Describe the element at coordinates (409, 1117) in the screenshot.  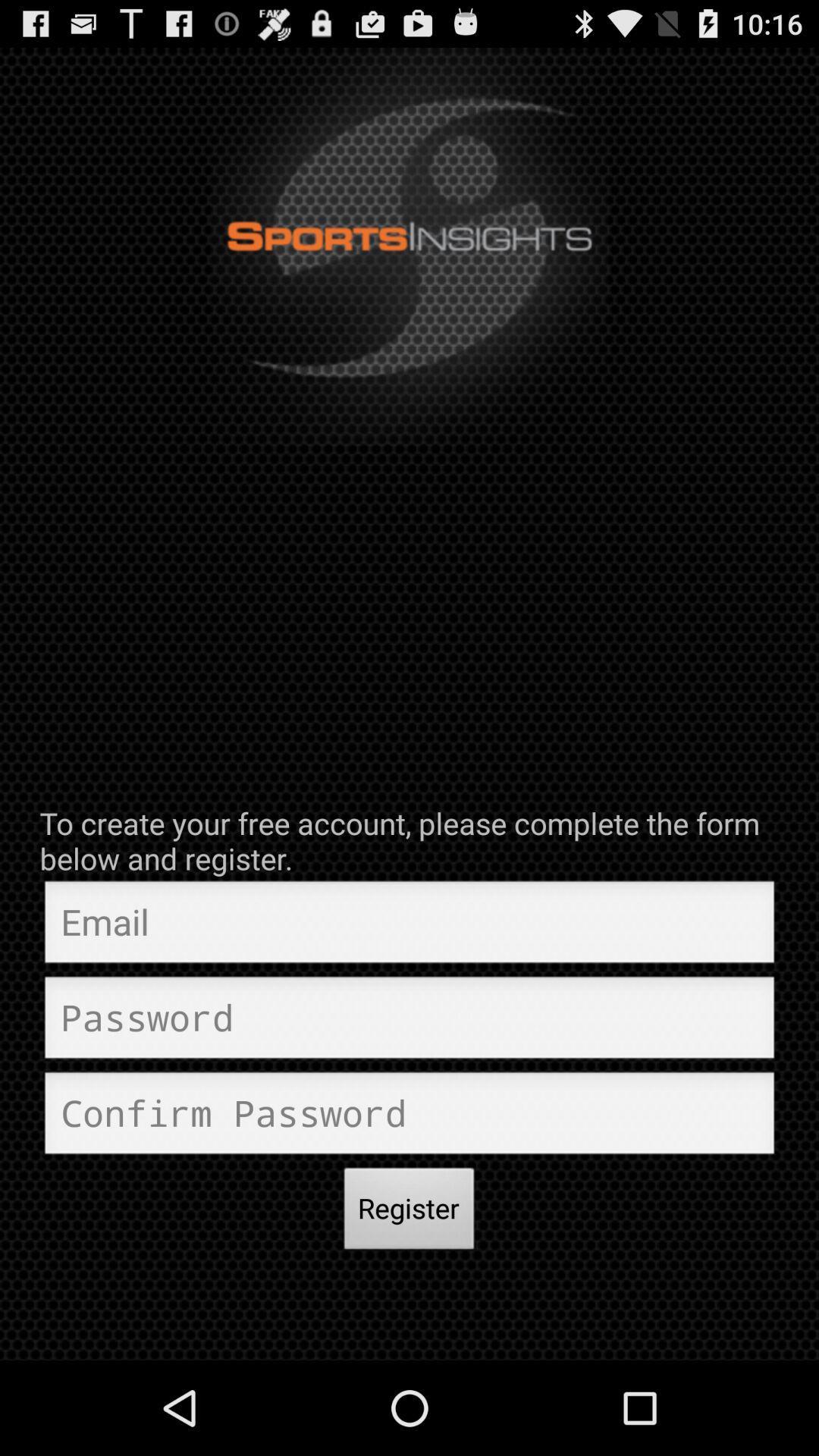
I see `confirm password` at that location.